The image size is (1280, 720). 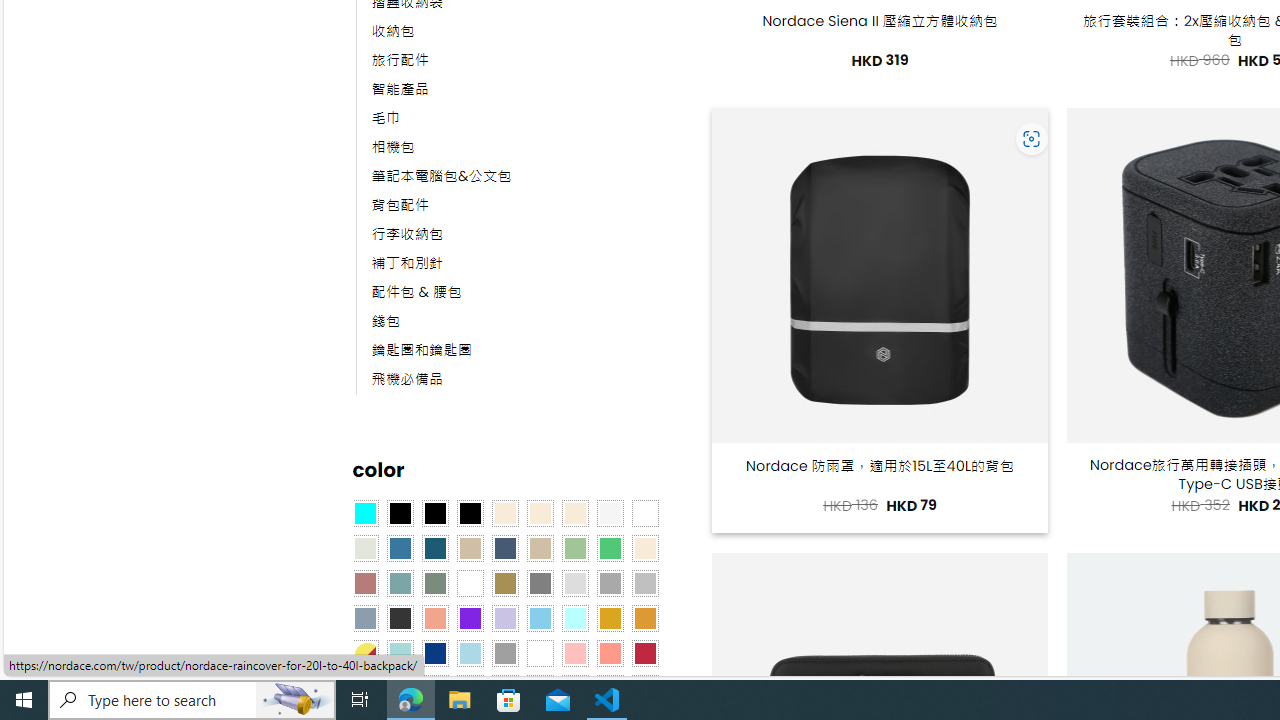 I want to click on 'Cream', so click(x=573, y=513).